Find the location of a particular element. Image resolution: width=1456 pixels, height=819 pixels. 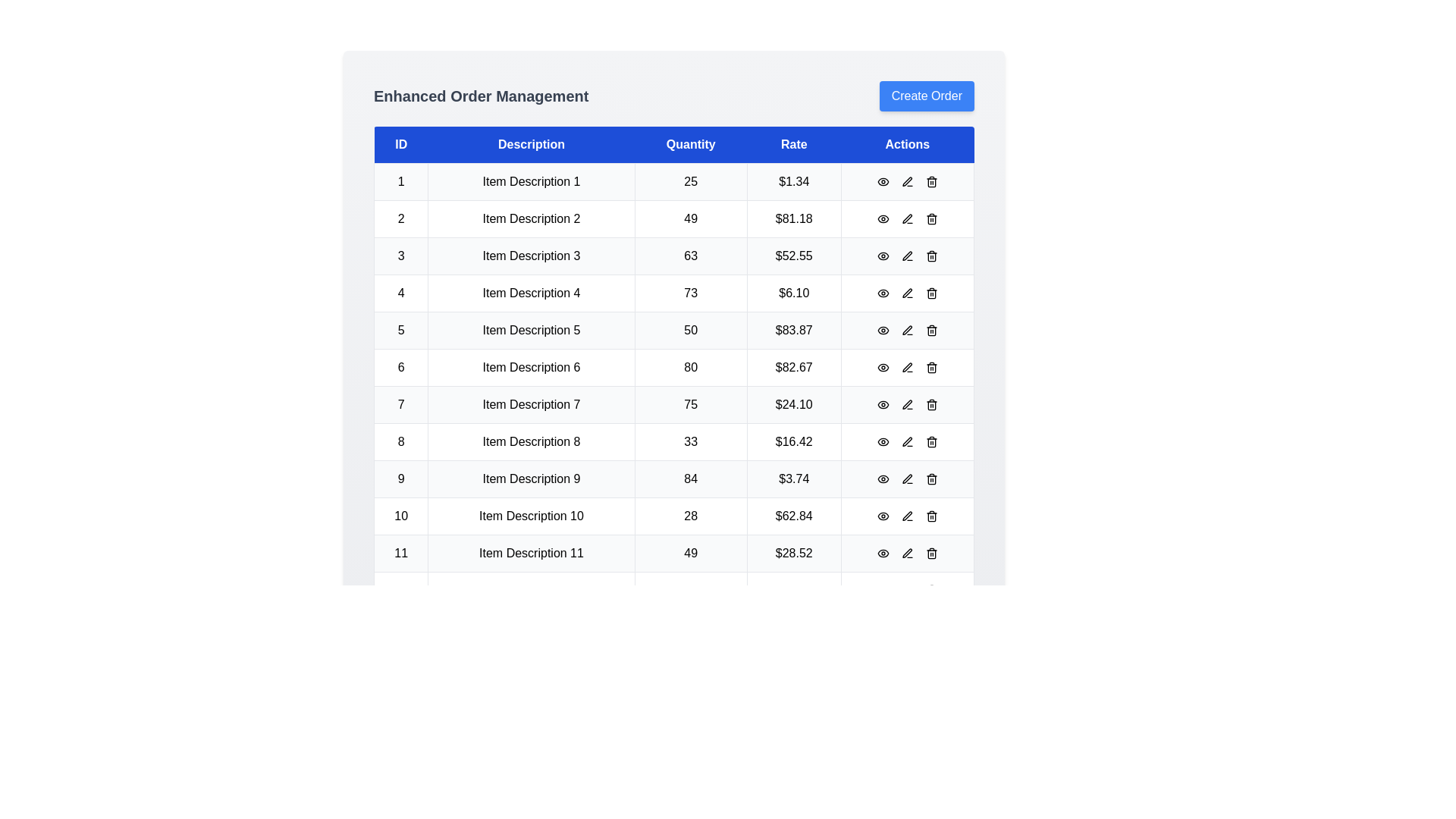

the header labeled Quantity to sort the table by that column is located at coordinates (690, 145).